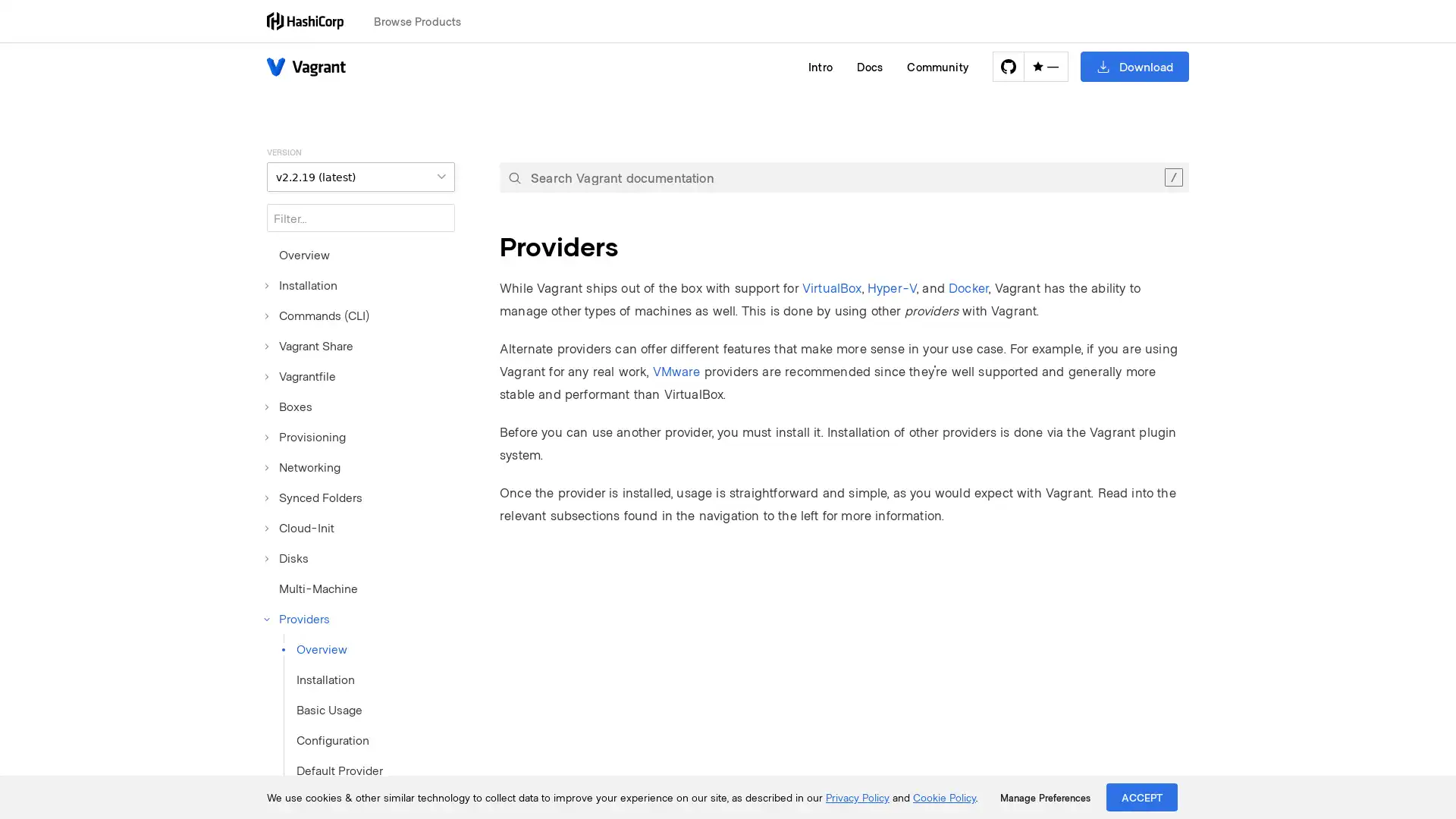 The image size is (1456, 819). I want to click on Vagrantfile, so click(301, 375).